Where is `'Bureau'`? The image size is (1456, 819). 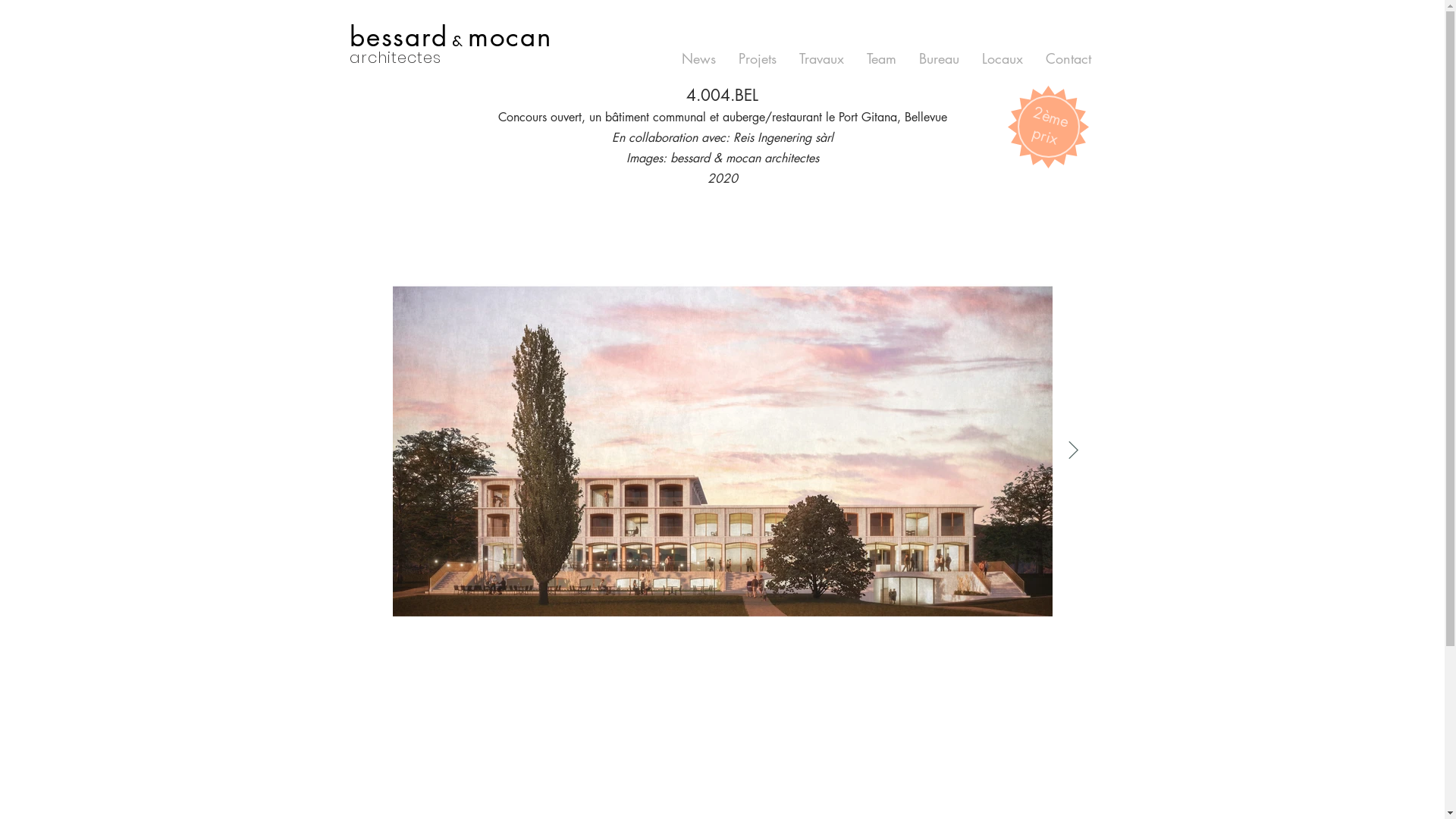 'Bureau' is located at coordinates (938, 58).